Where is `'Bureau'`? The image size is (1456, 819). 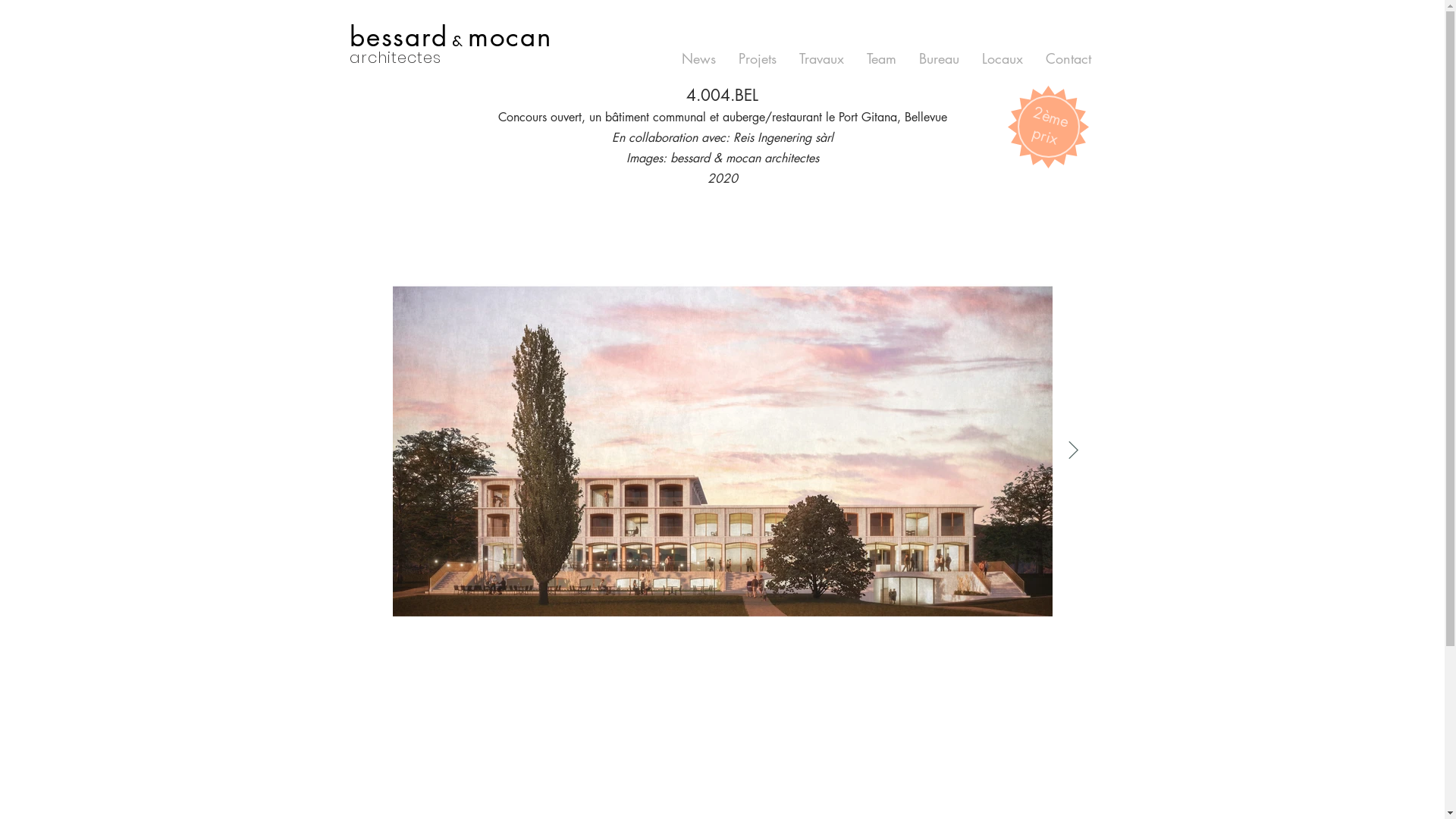 'Bureau' is located at coordinates (938, 58).